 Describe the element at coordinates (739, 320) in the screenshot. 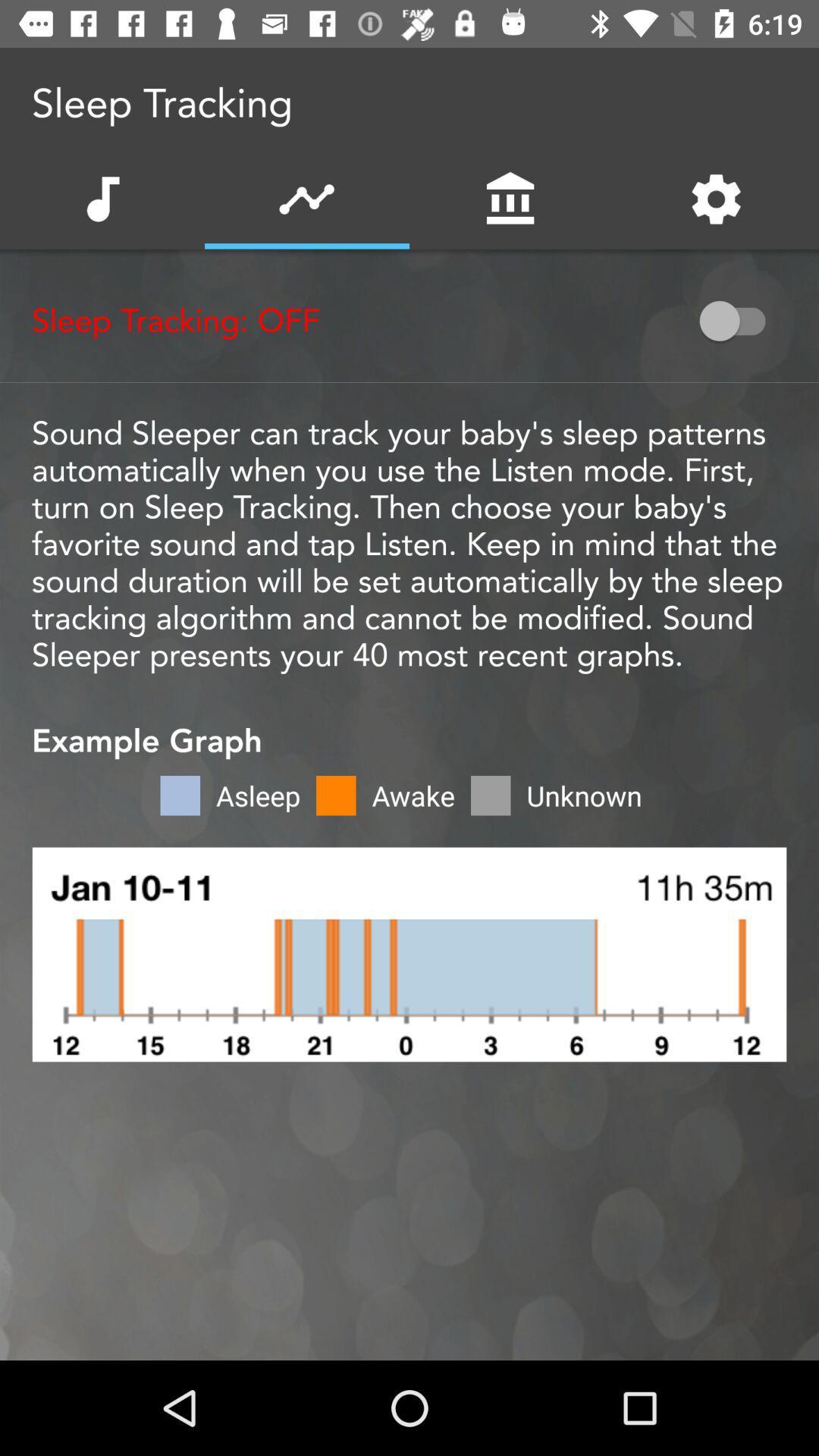

I see `on` at that location.